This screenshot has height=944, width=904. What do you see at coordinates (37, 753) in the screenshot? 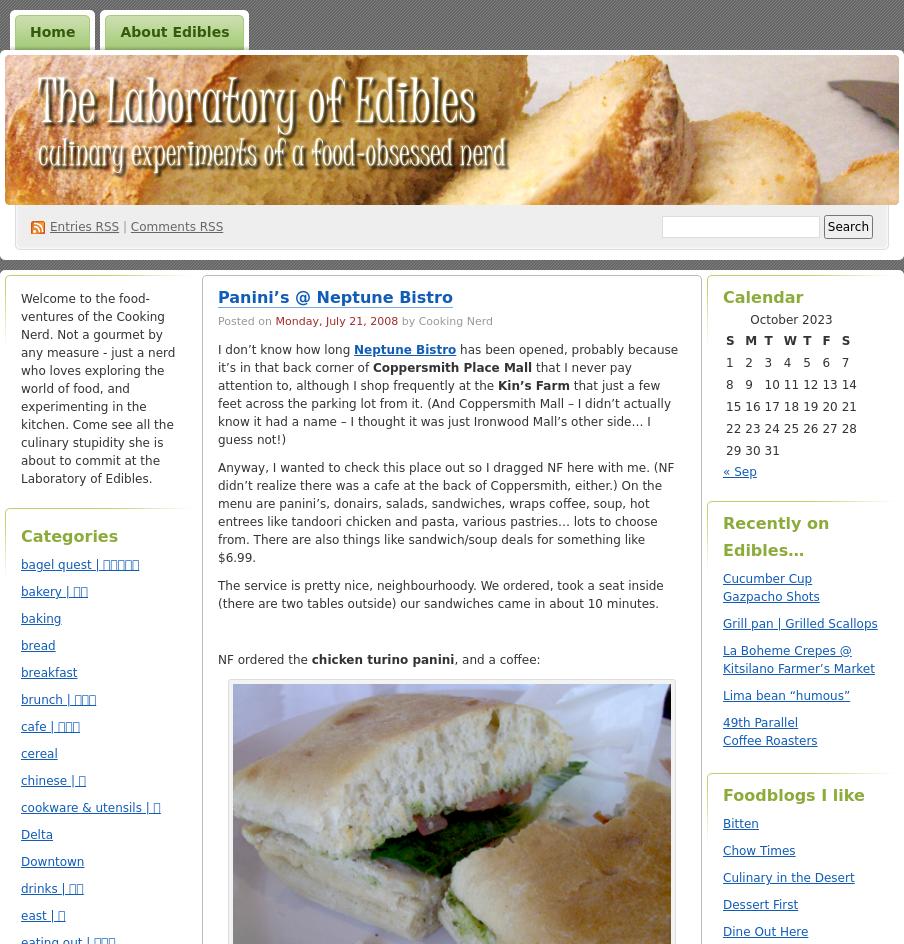
I see `'cereal'` at bounding box center [37, 753].